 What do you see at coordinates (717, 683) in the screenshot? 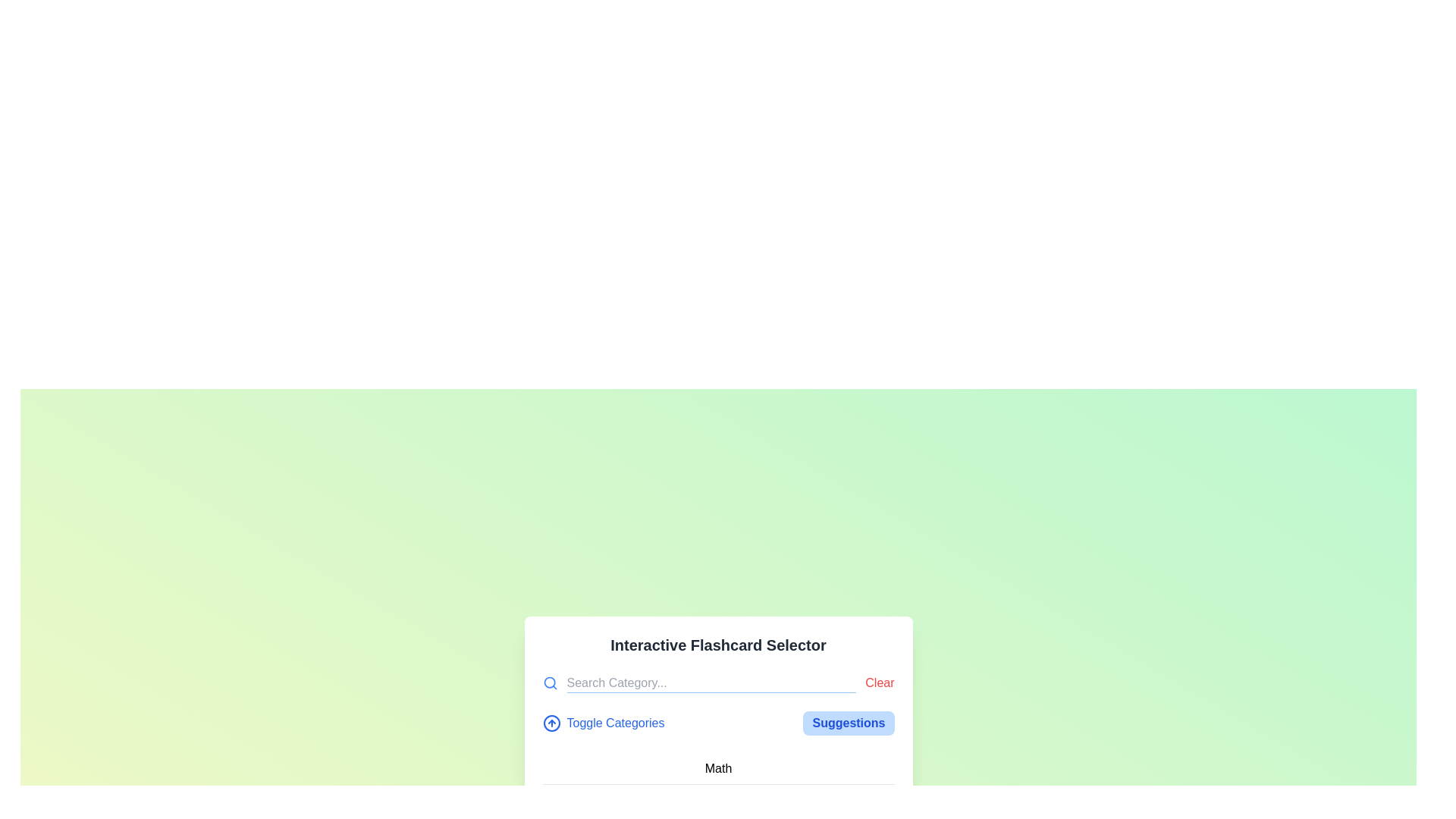
I see `the 'Clear' button, which is a labeled button in red located at the top-right corner of the 'Interactive Flashcard Selector' section` at bounding box center [717, 683].